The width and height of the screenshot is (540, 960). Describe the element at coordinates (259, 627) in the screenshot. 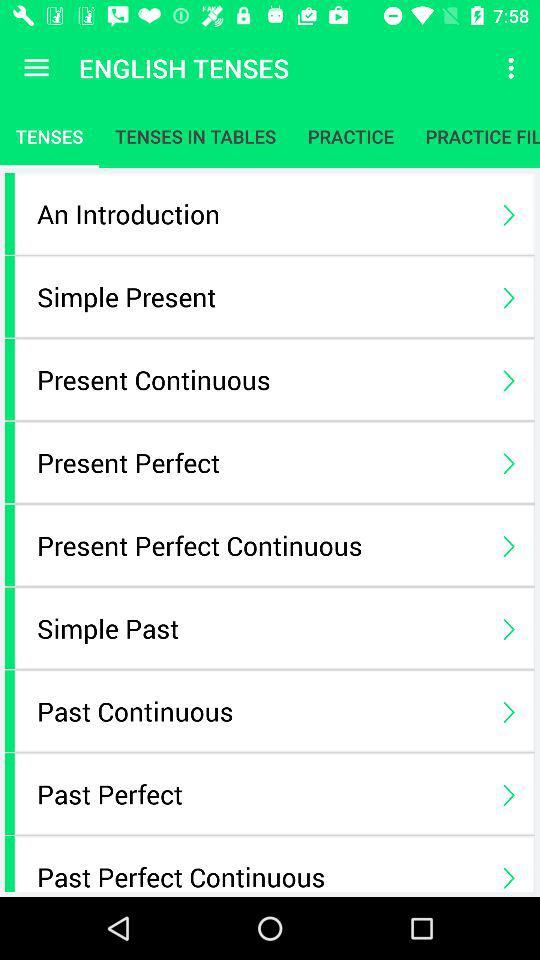

I see `the item below the present perfect continuous icon` at that location.